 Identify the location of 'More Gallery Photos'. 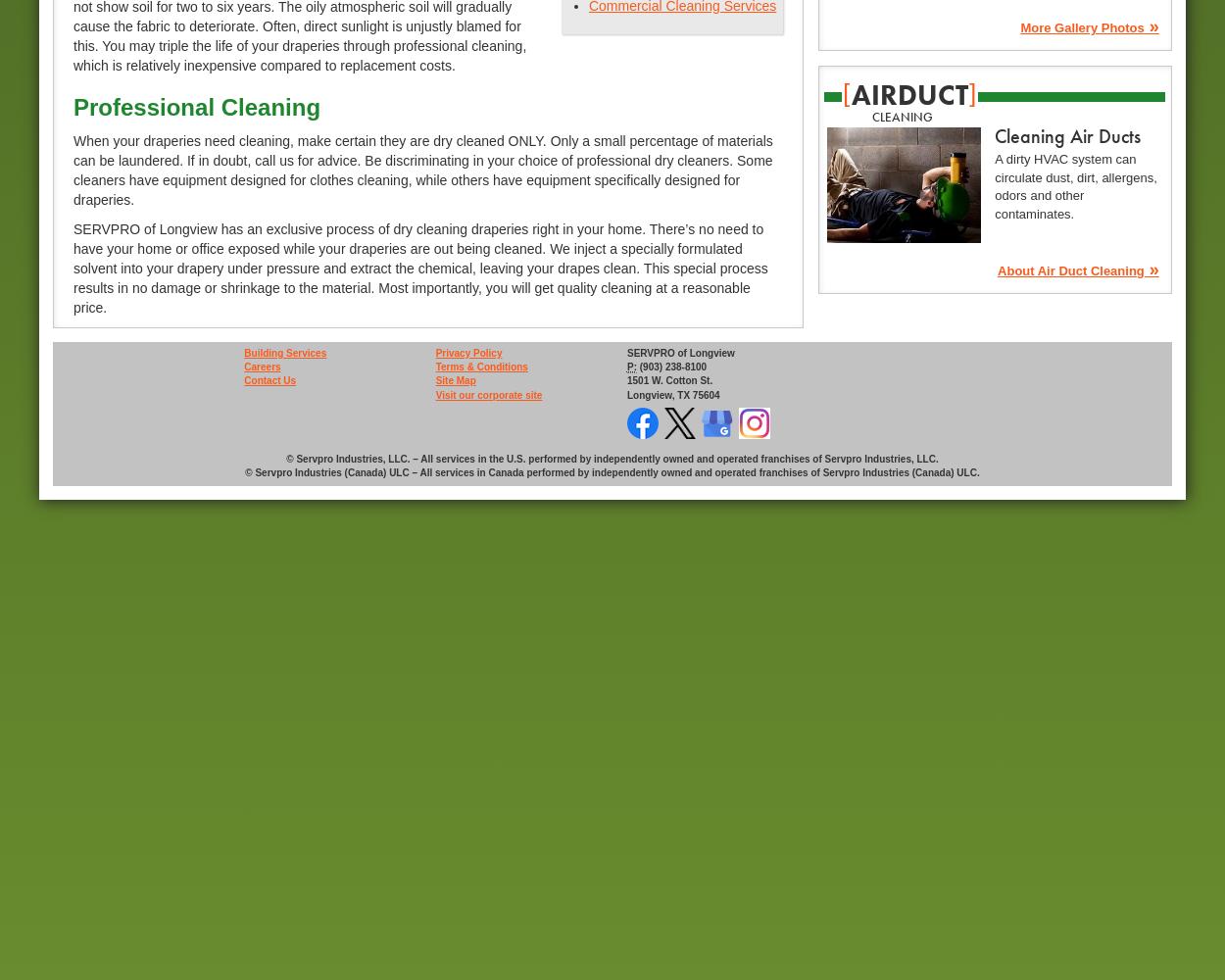
(1081, 26).